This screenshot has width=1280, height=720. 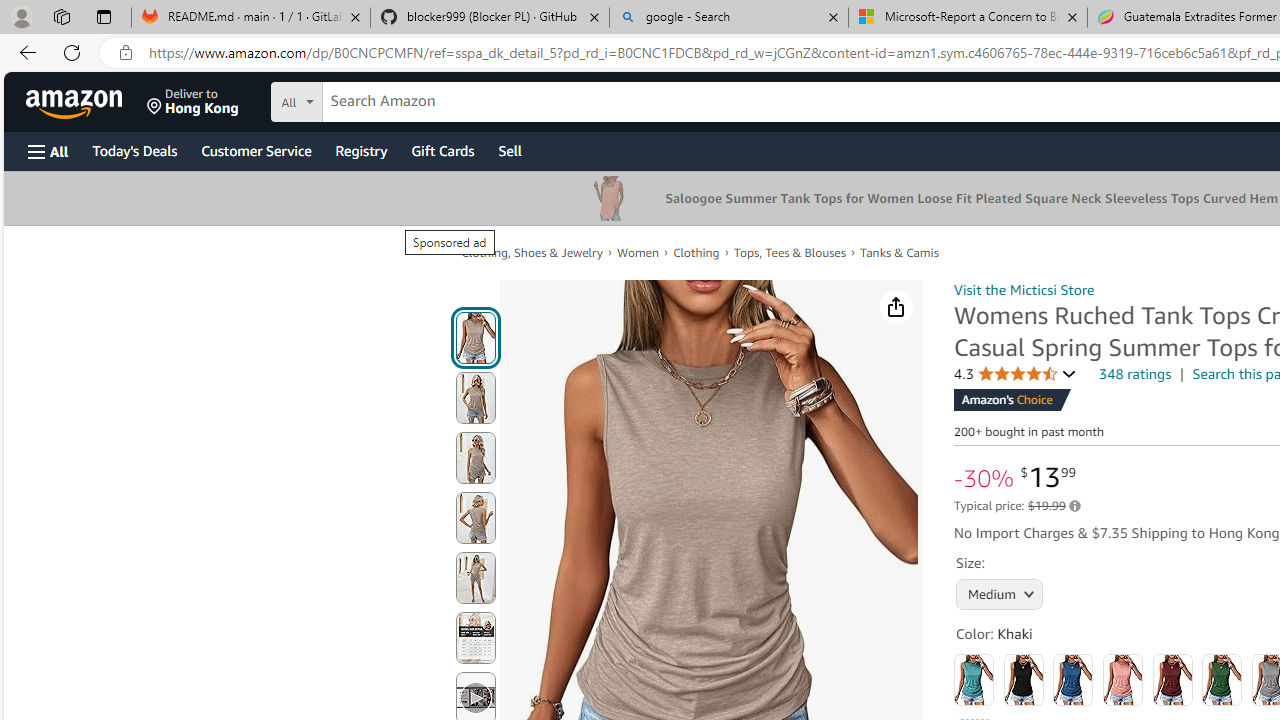 What do you see at coordinates (999, 591) in the screenshot?
I see `'AutomationID: native_dropdown_selected_size_name'` at bounding box center [999, 591].